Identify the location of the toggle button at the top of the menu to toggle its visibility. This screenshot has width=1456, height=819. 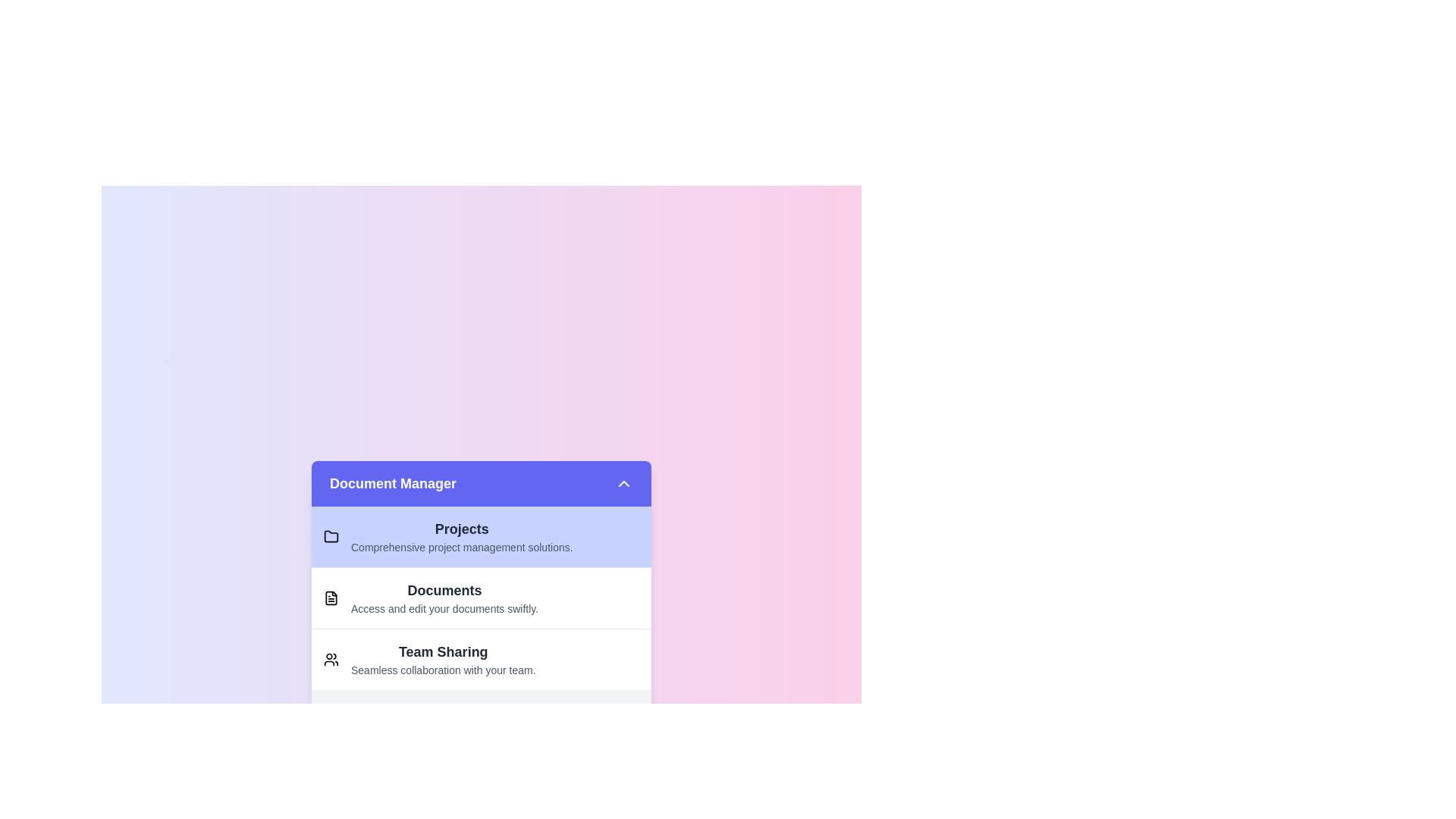
(480, 483).